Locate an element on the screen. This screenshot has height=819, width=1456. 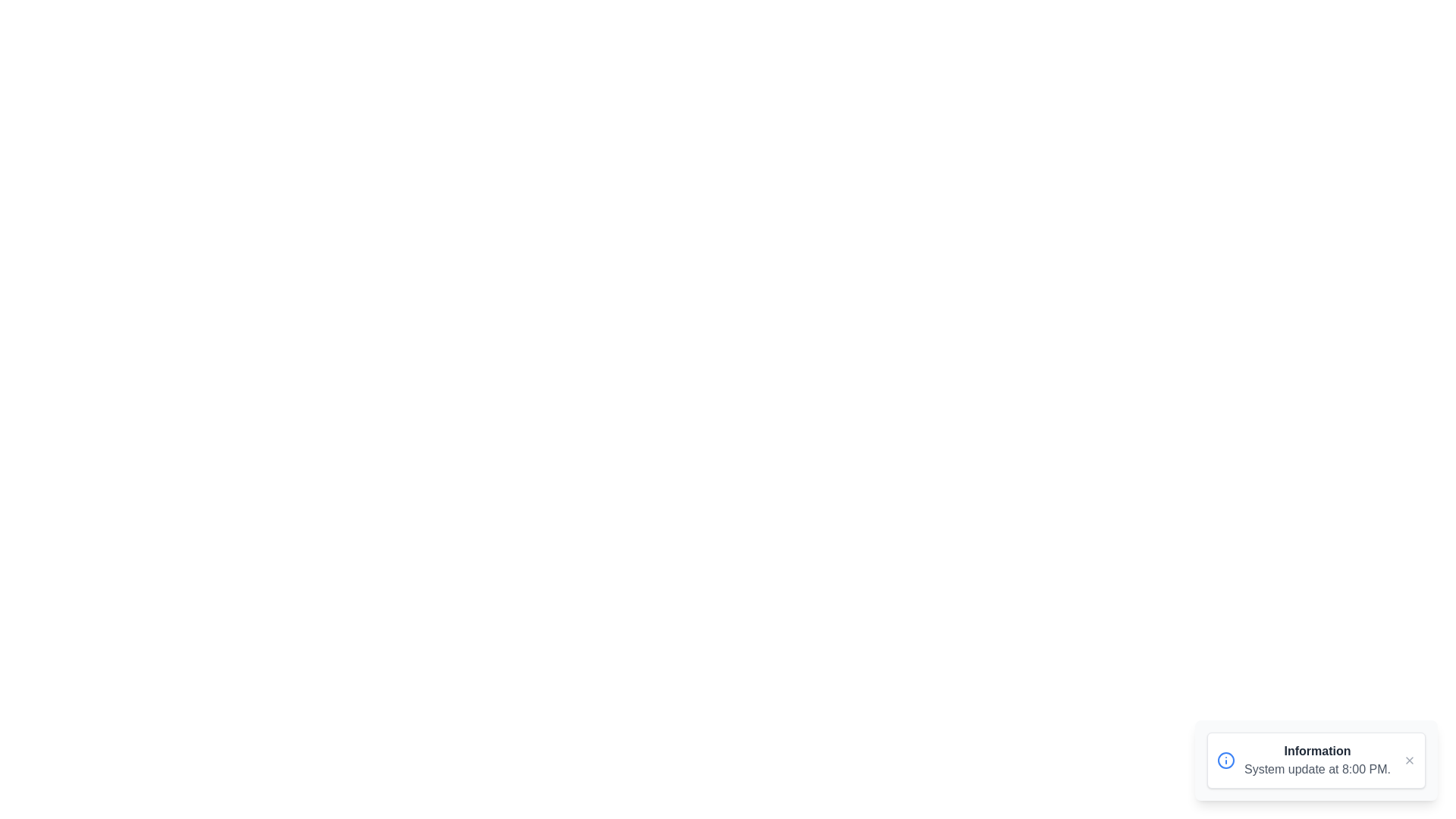
the close button of the notification is located at coordinates (1408, 760).